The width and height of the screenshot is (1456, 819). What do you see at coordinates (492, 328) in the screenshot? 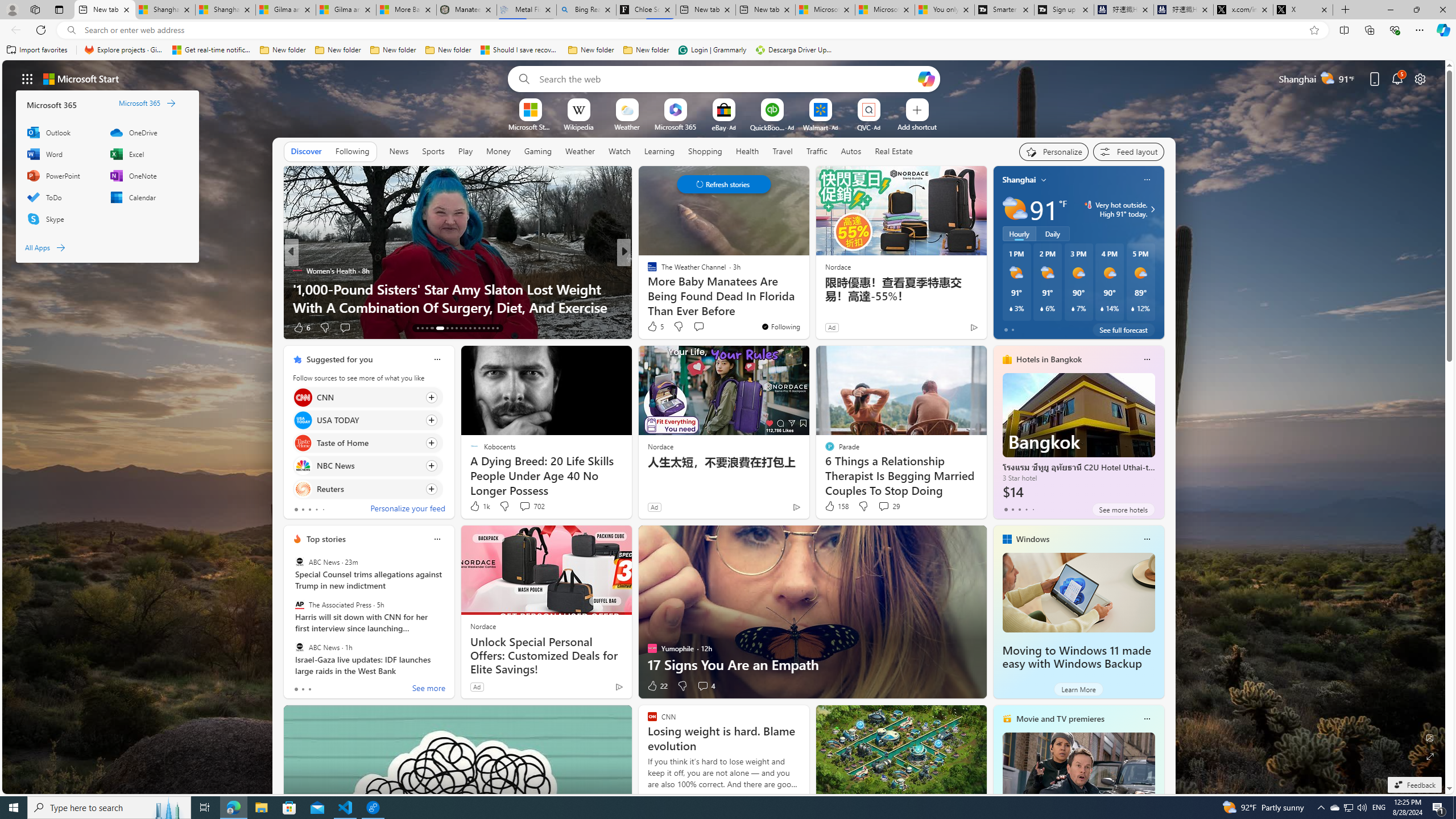
I see `'AutomationID: tab-41'` at bounding box center [492, 328].